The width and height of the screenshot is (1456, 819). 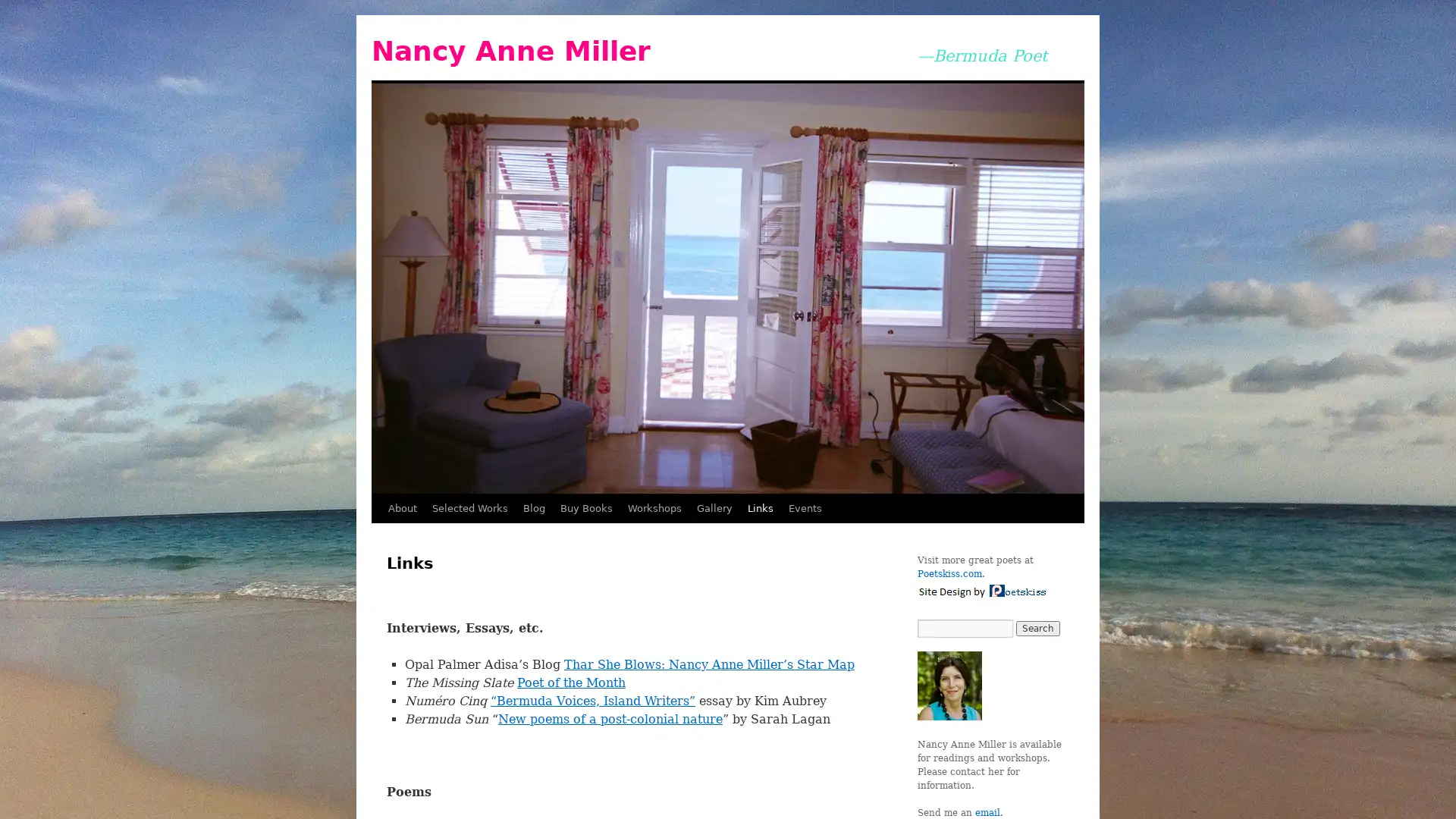 I want to click on Search, so click(x=1037, y=629).